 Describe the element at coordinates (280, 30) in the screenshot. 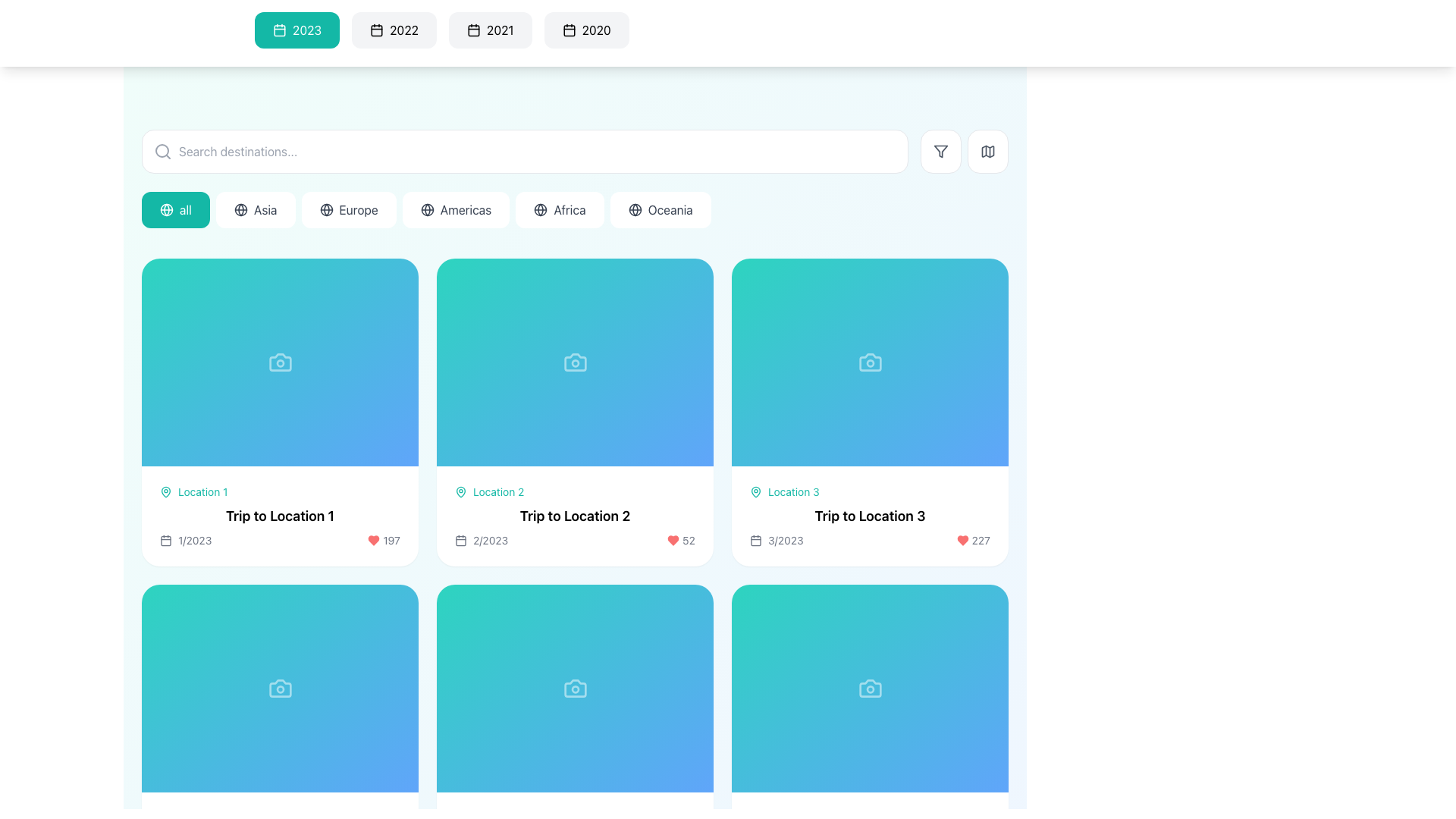

I see `the calendar icon element located in the top bar of the interface, which visually depicts date-related actions` at that location.